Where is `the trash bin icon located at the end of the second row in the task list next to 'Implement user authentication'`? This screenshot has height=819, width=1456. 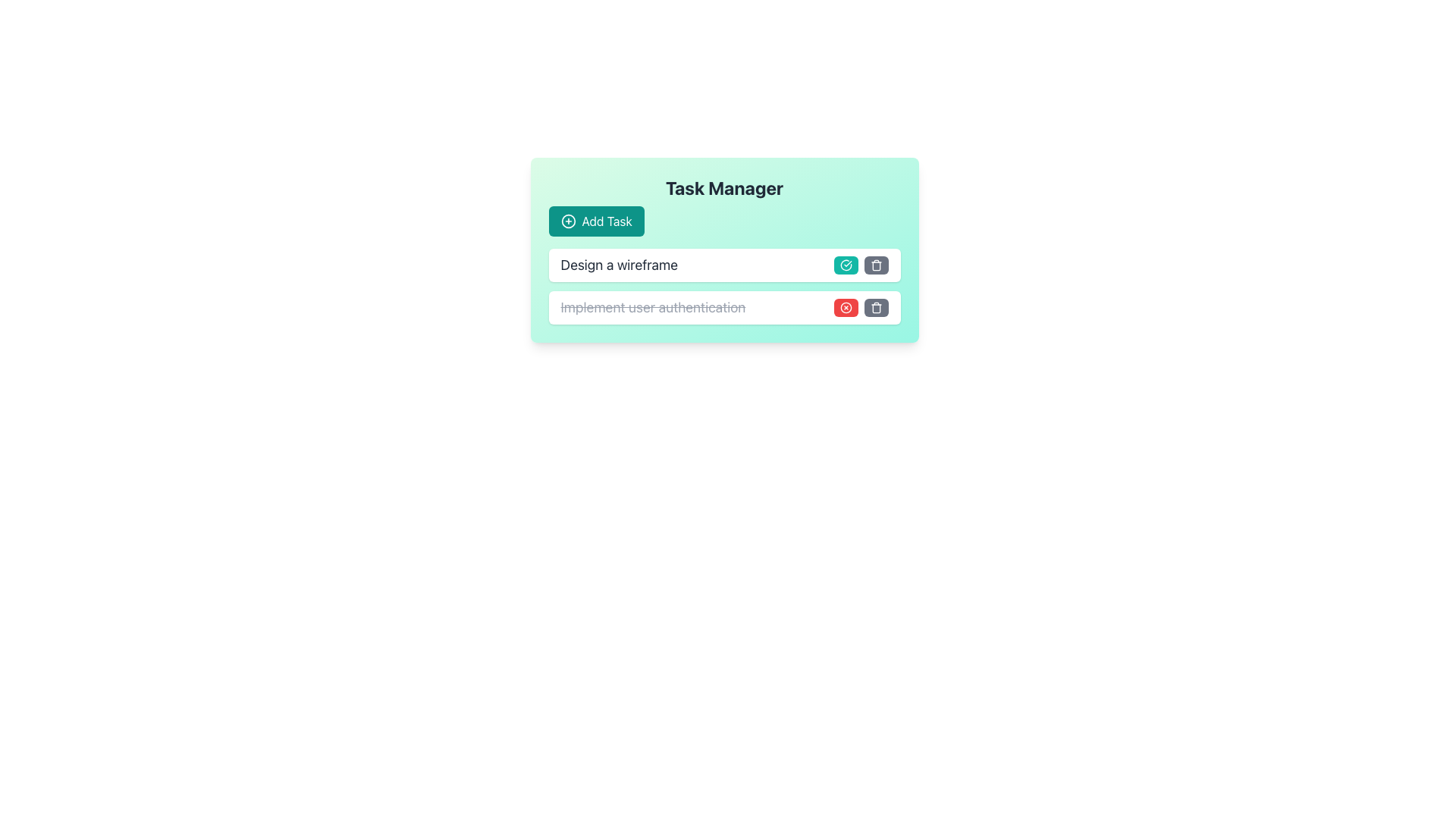 the trash bin icon located at the end of the second row in the task list next to 'Implement user authentication' is located at coordinates (876, 307).